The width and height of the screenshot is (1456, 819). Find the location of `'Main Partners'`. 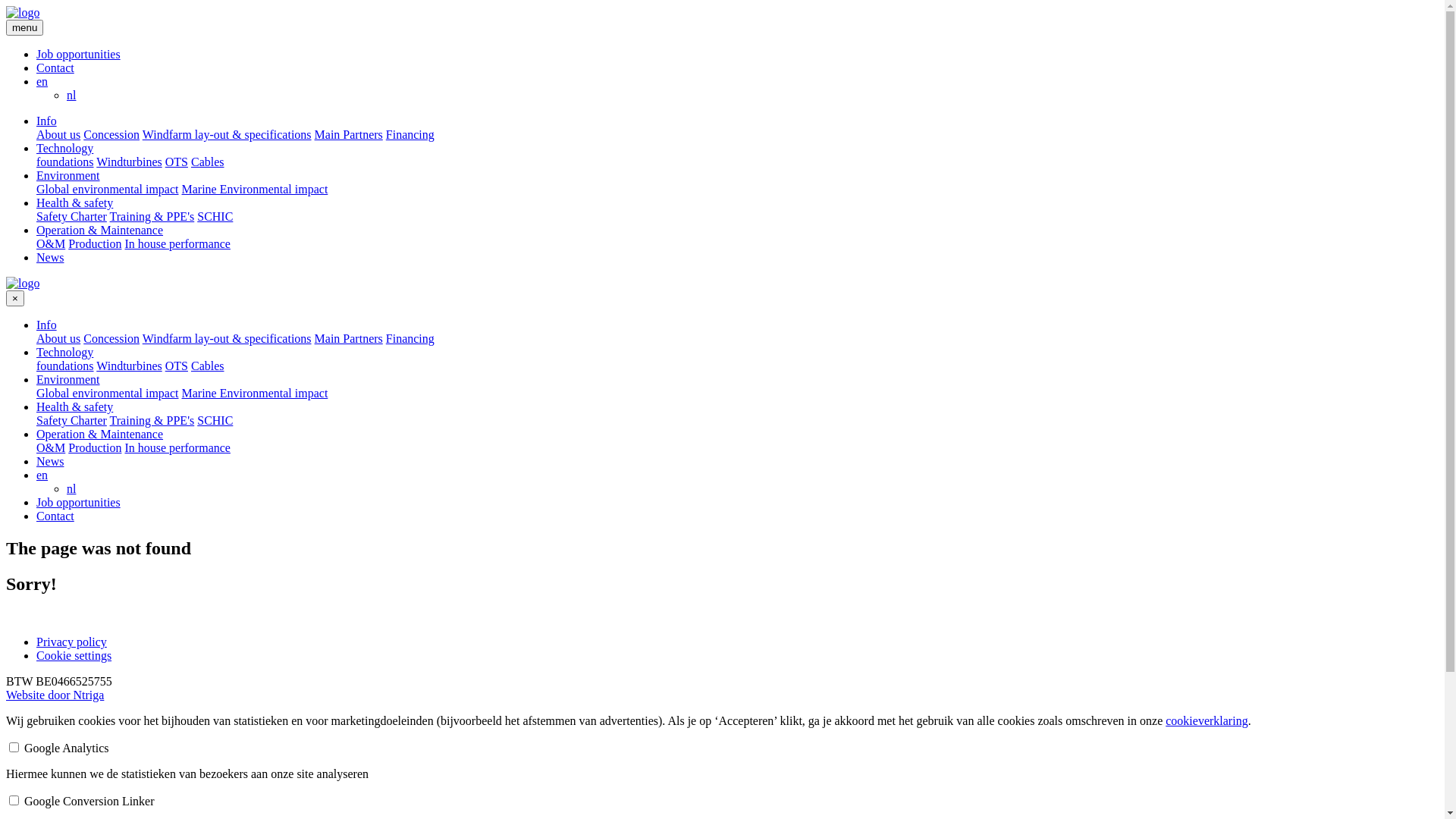

'Main Partners' is located at coordinates (348, 133).